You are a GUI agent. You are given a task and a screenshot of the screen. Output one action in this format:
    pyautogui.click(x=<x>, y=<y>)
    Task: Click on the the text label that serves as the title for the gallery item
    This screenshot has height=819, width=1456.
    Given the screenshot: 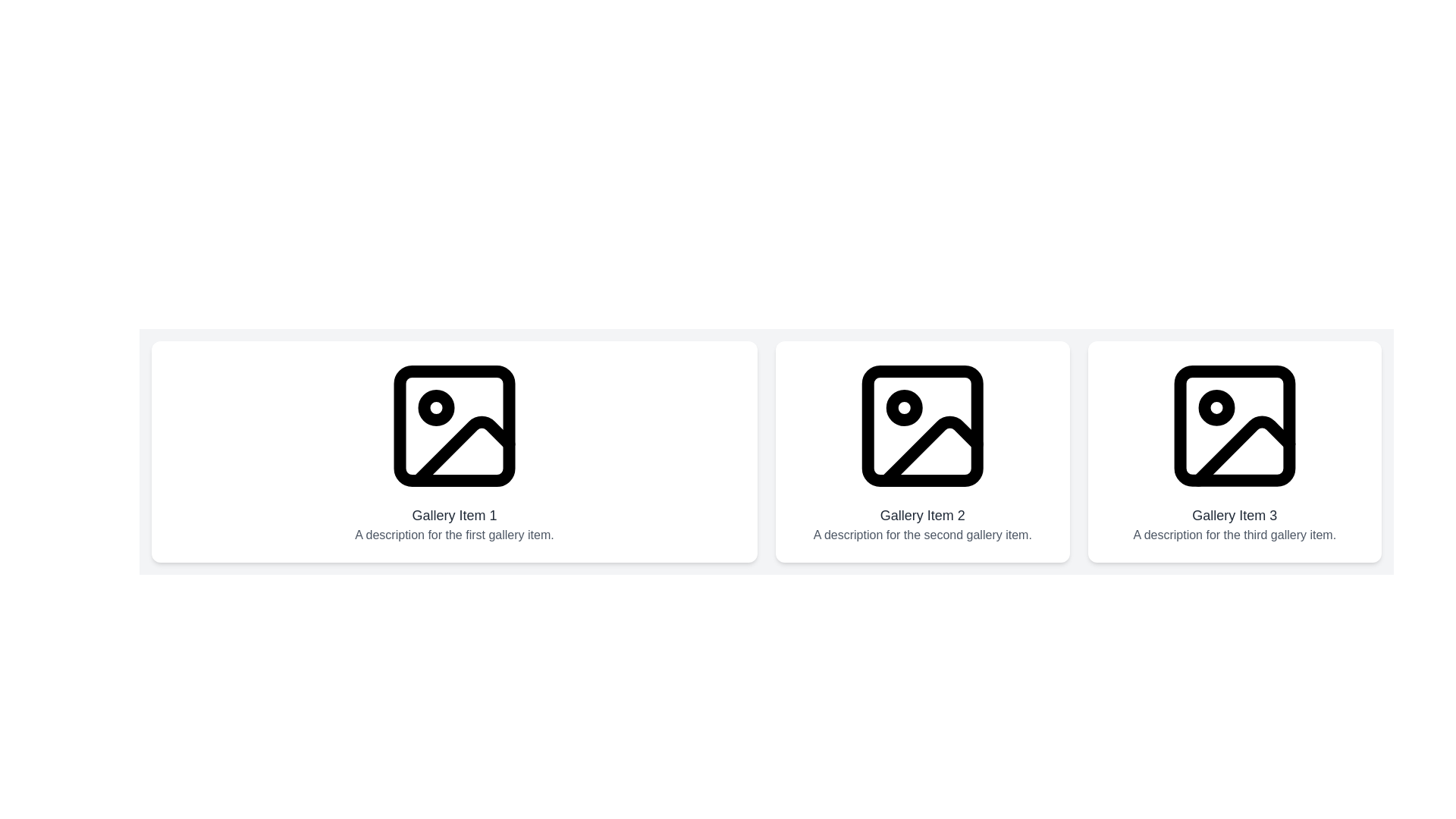 What is the action you would take?
    pyautogui.click(x=921, y=514)
    